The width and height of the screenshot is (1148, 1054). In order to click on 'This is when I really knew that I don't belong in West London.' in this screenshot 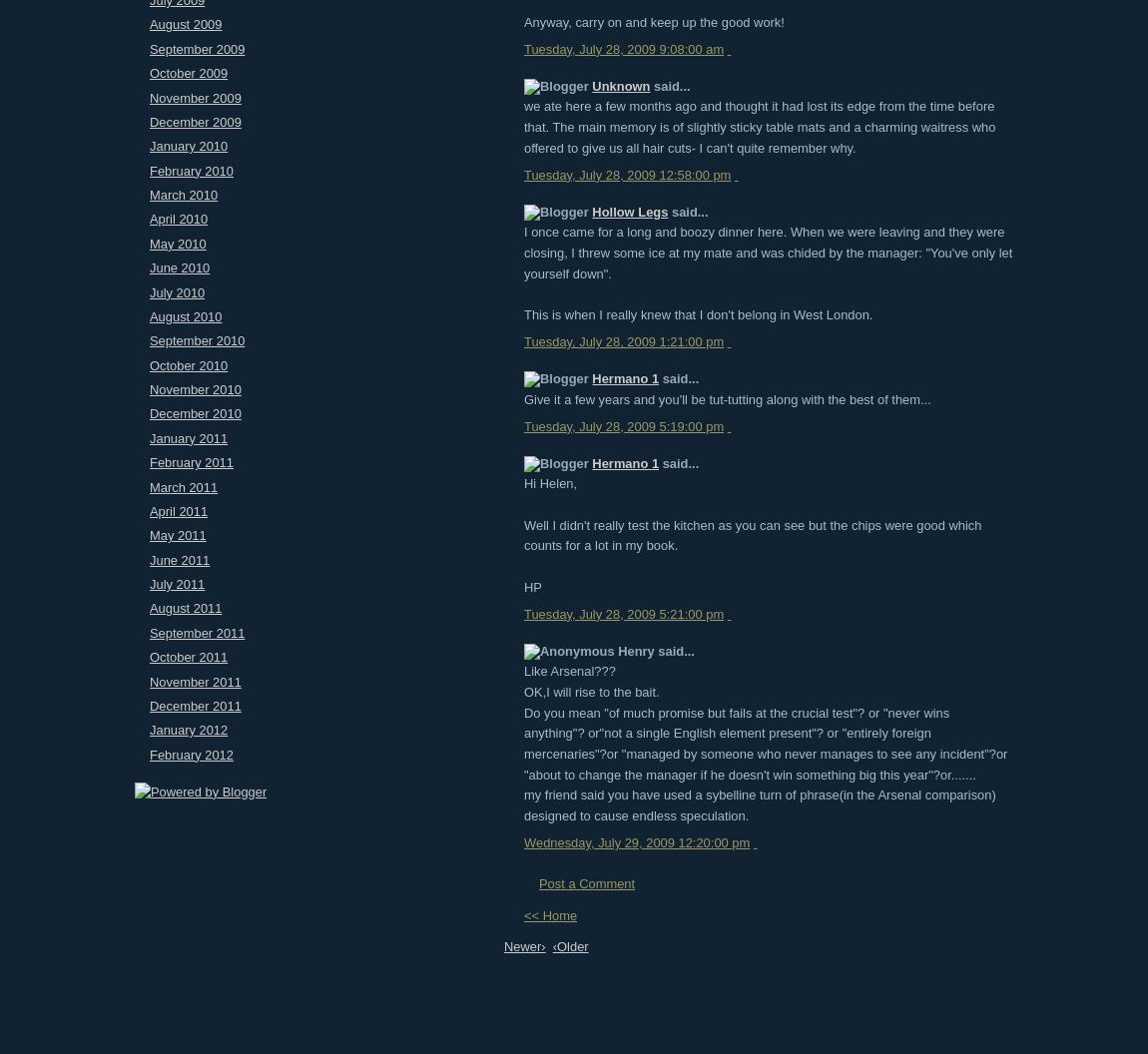, I will do `click(697, 314)`.